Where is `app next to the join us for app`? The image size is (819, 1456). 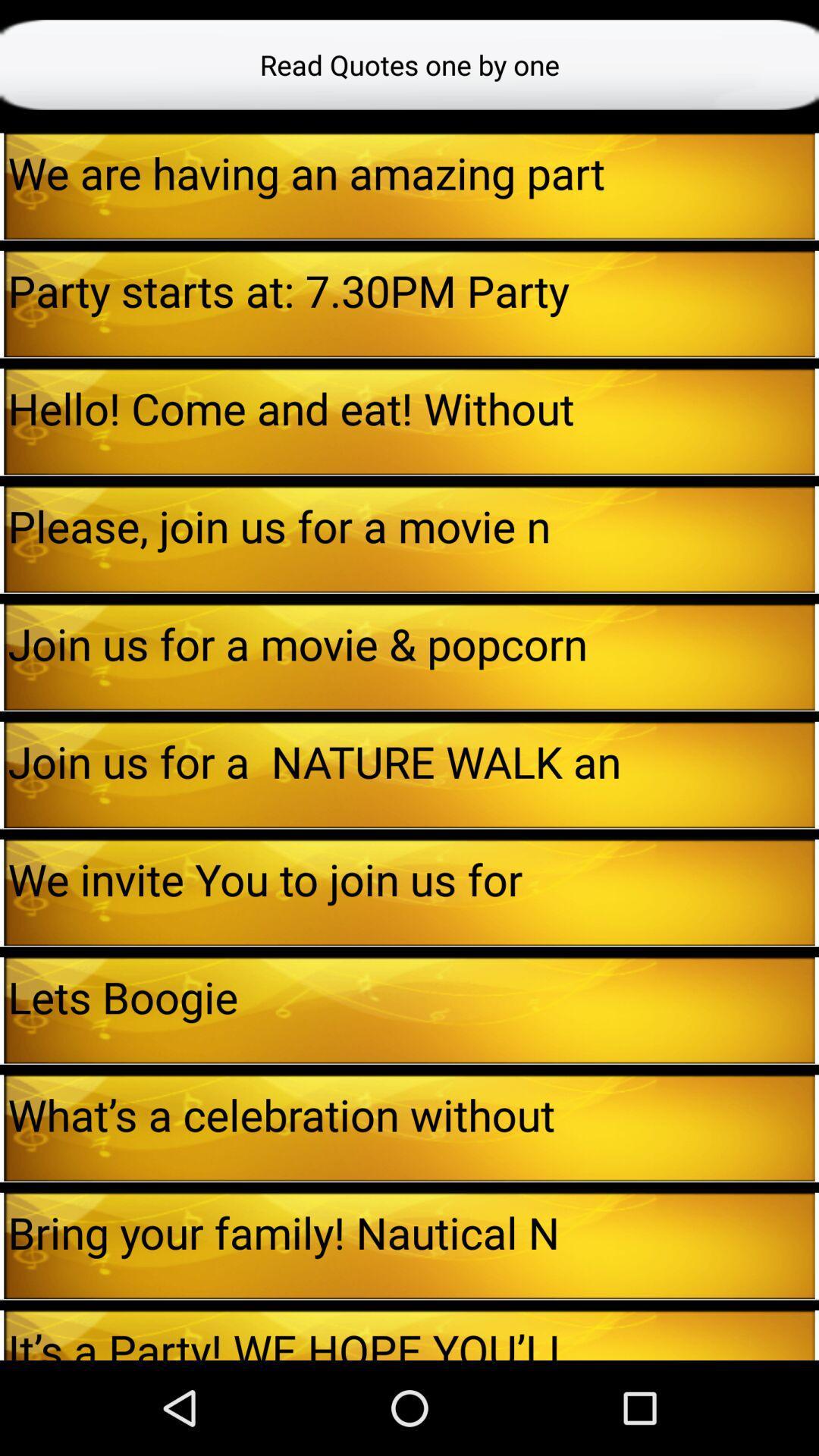 app next to the join us for app is located at coordinates (2, 774).